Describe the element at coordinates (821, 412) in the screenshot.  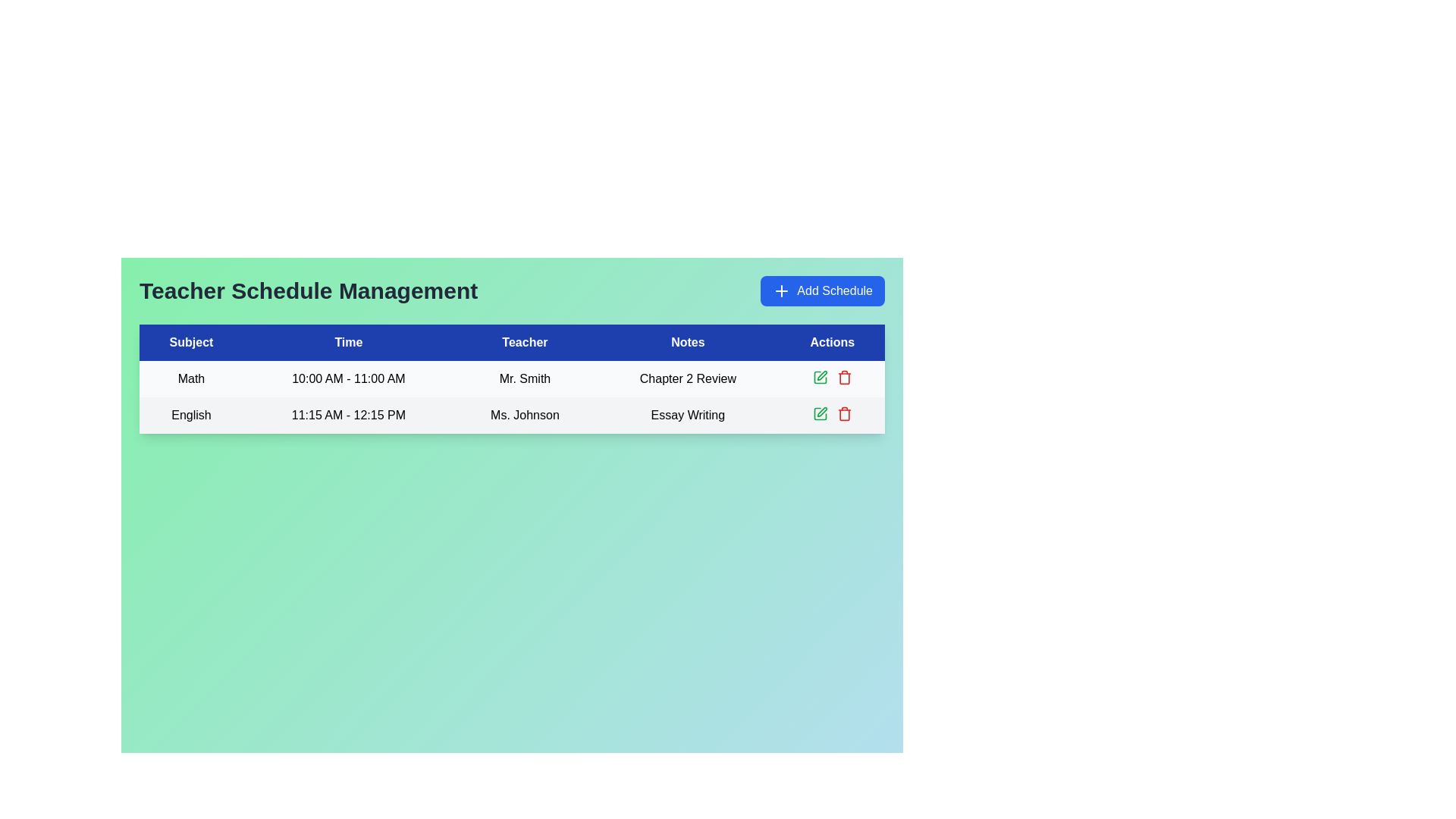
I see `the edit SVG icon located in the 'Actions' column of the second row of the data table to initiate the edit action` at that location.